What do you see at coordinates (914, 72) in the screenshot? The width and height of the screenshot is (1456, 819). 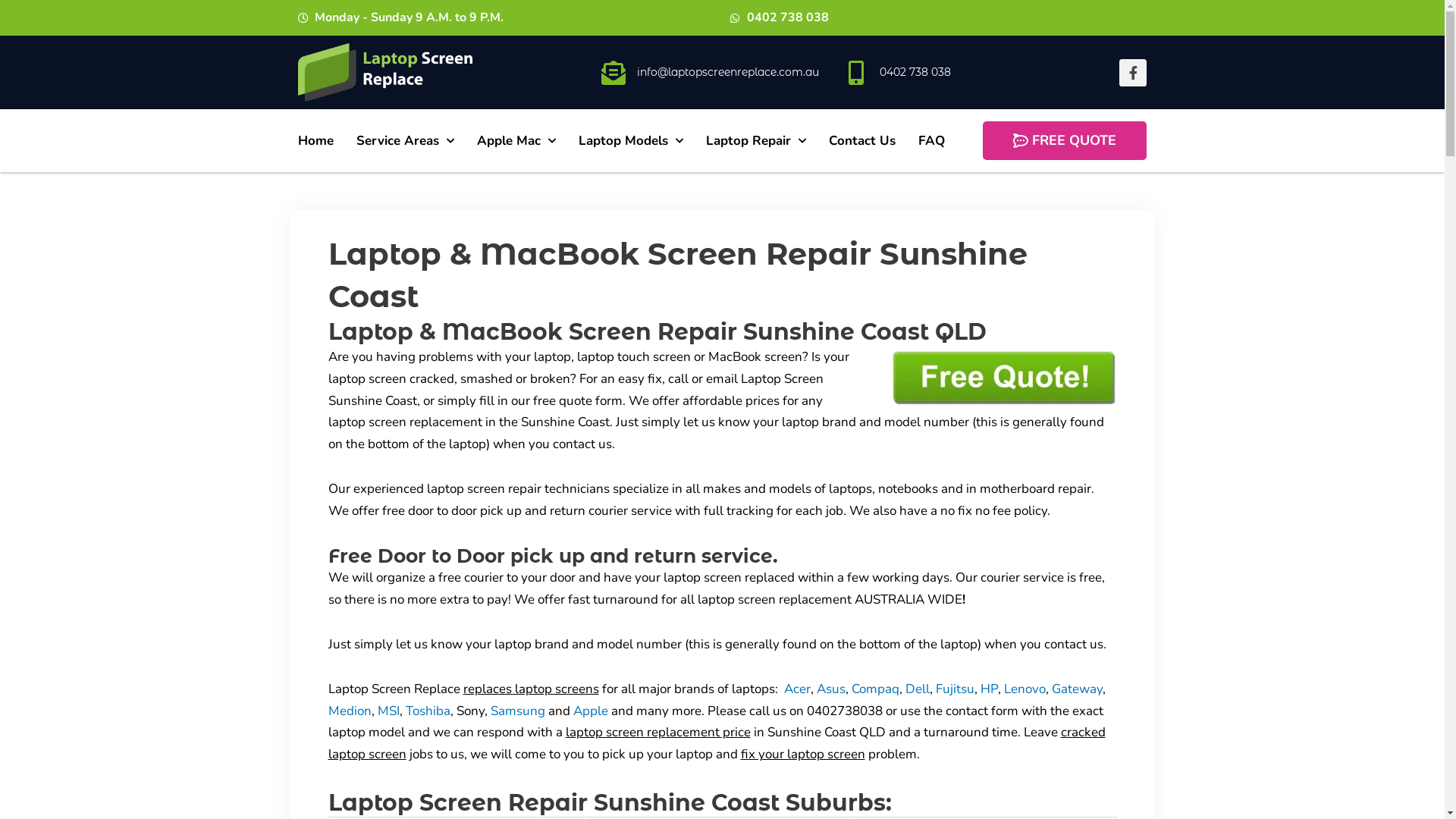 I see `'0402 738 038'` at bounding box center [914, 72].